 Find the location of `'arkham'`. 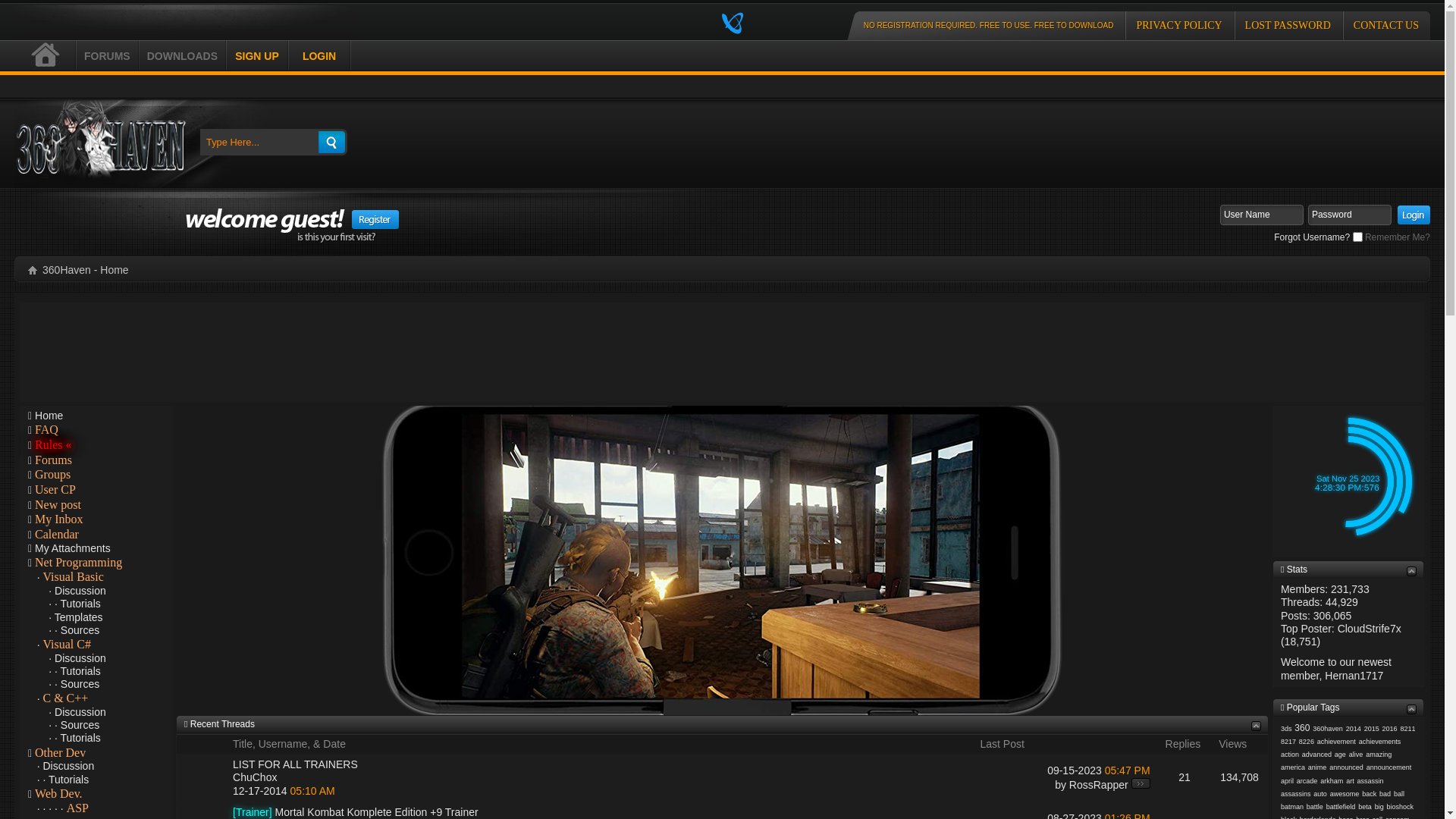

'arkham' is located at coordinates (1331, 780).